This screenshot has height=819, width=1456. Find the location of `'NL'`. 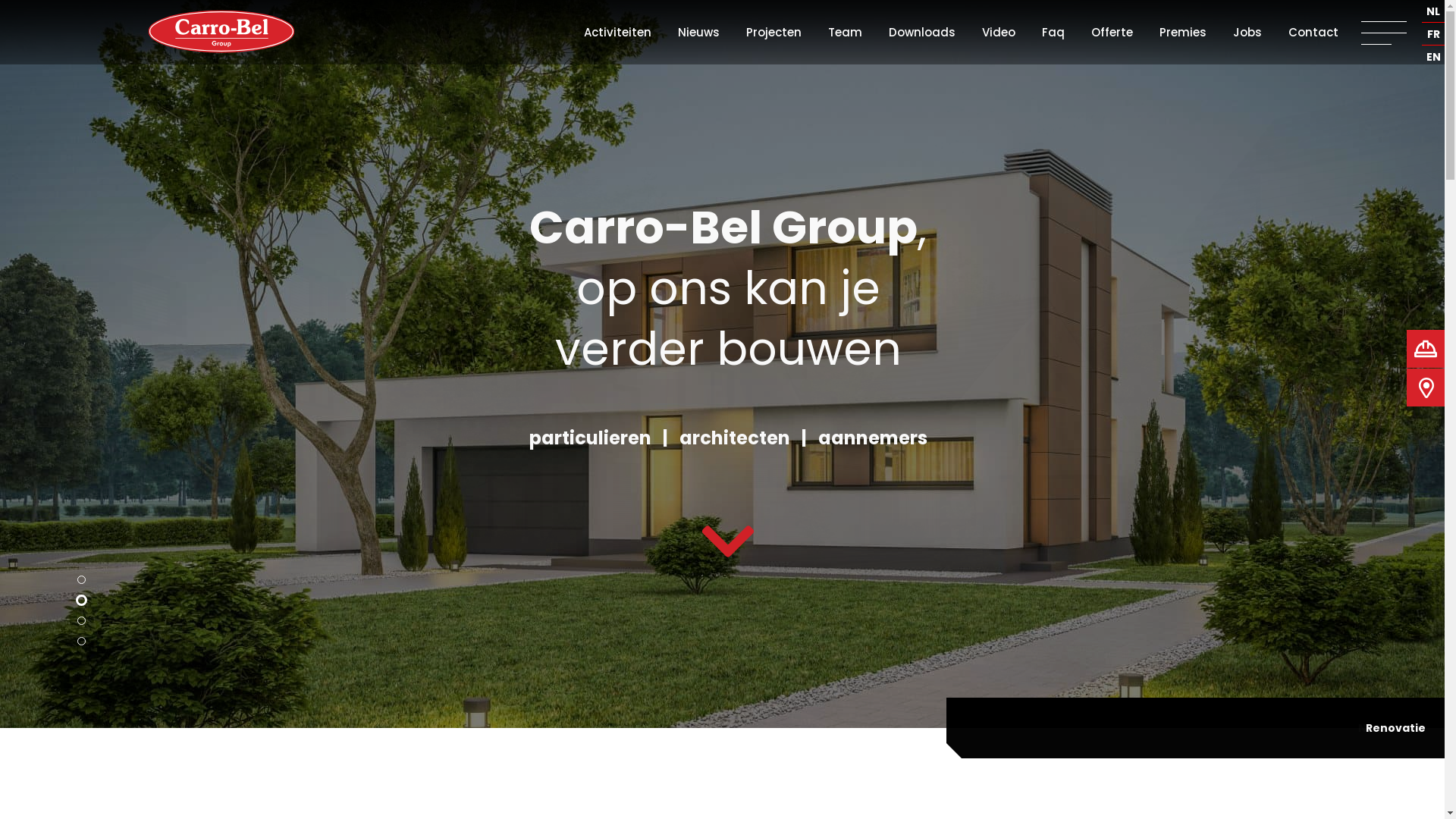

'NL' is located at coordinates (1432, 11).